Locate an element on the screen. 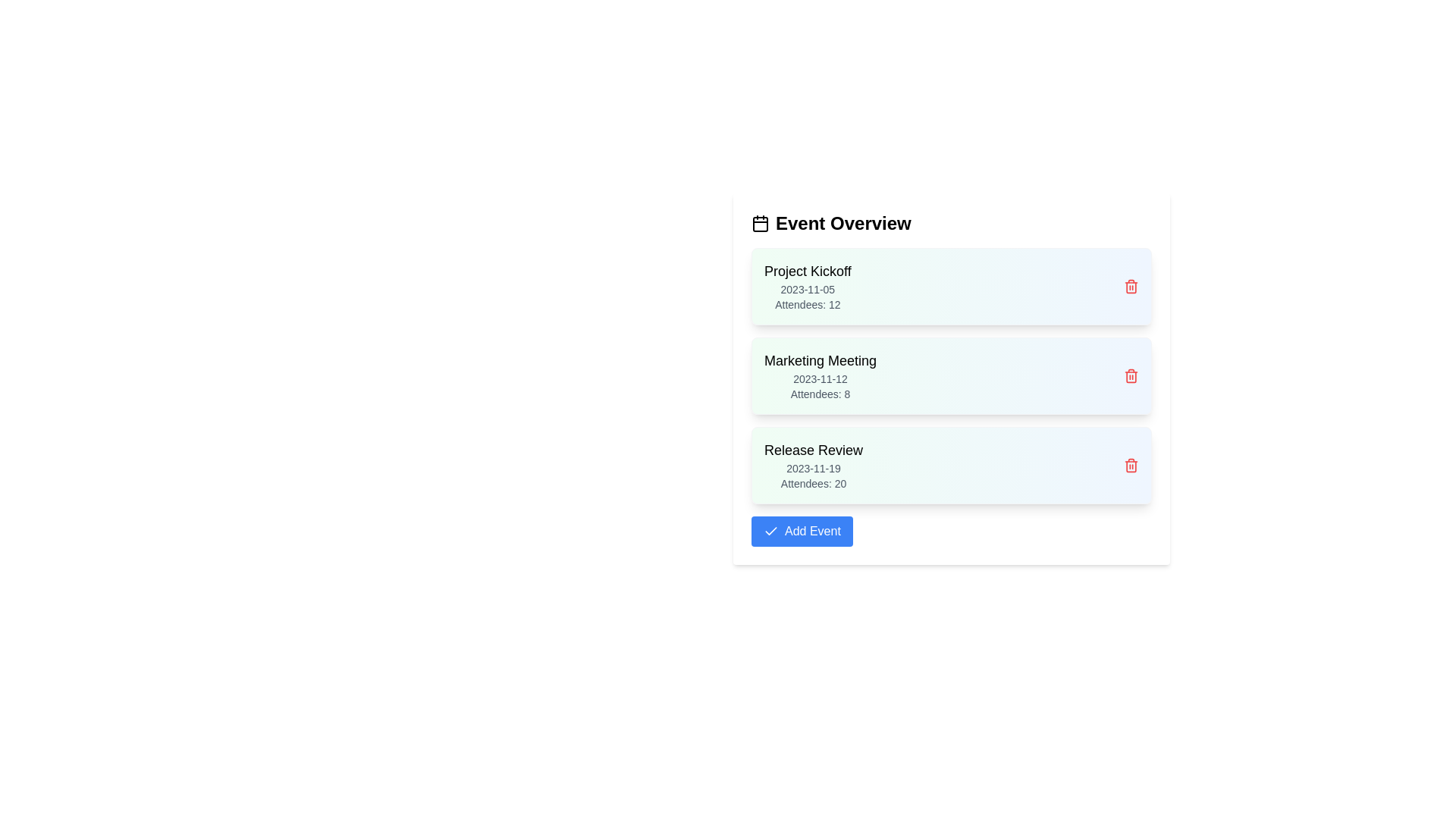 Image resolution: width=1456 pixels, height=819 pixels. the delete button for the event titled Project Kickoff is located at coordinates (1131, 287).